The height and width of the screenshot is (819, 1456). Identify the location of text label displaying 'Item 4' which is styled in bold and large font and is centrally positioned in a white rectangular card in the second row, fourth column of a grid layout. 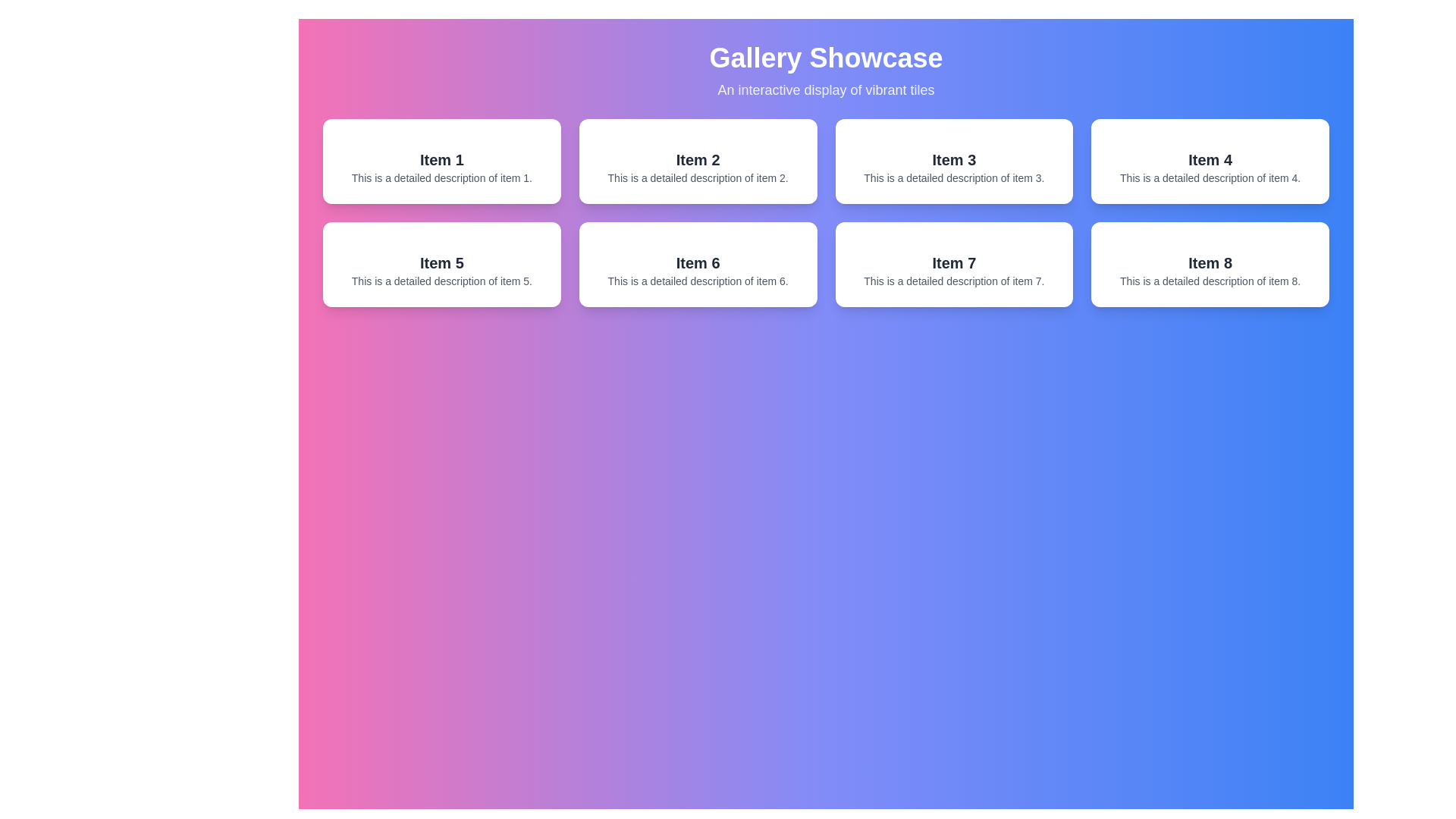
(1210, 160).